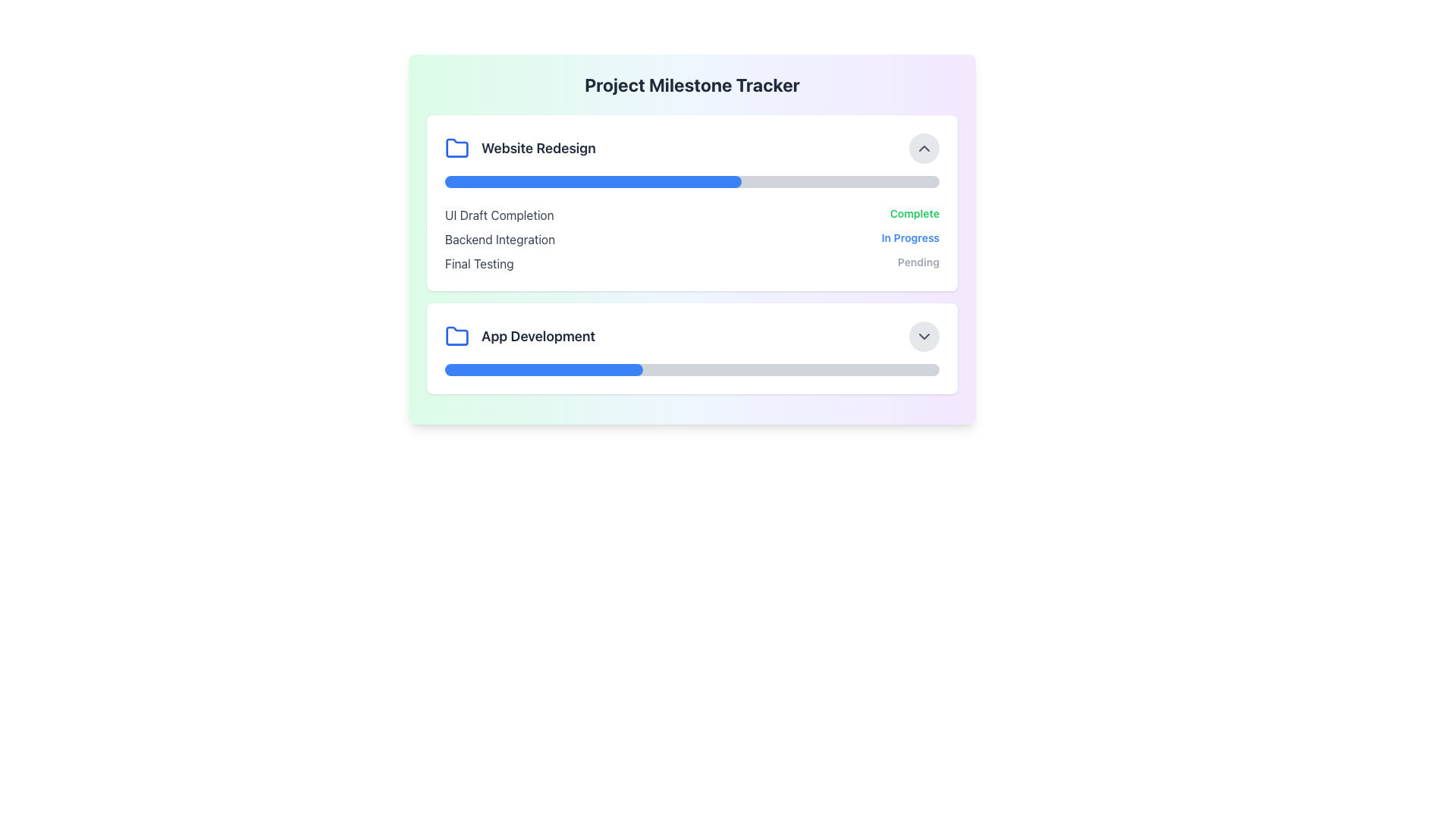 The height and width of the screenshot is (819, 1456). I want to click on the upward arrow button in the top-right corner of the 'Website Redesign' project entry, so click(924, 149).